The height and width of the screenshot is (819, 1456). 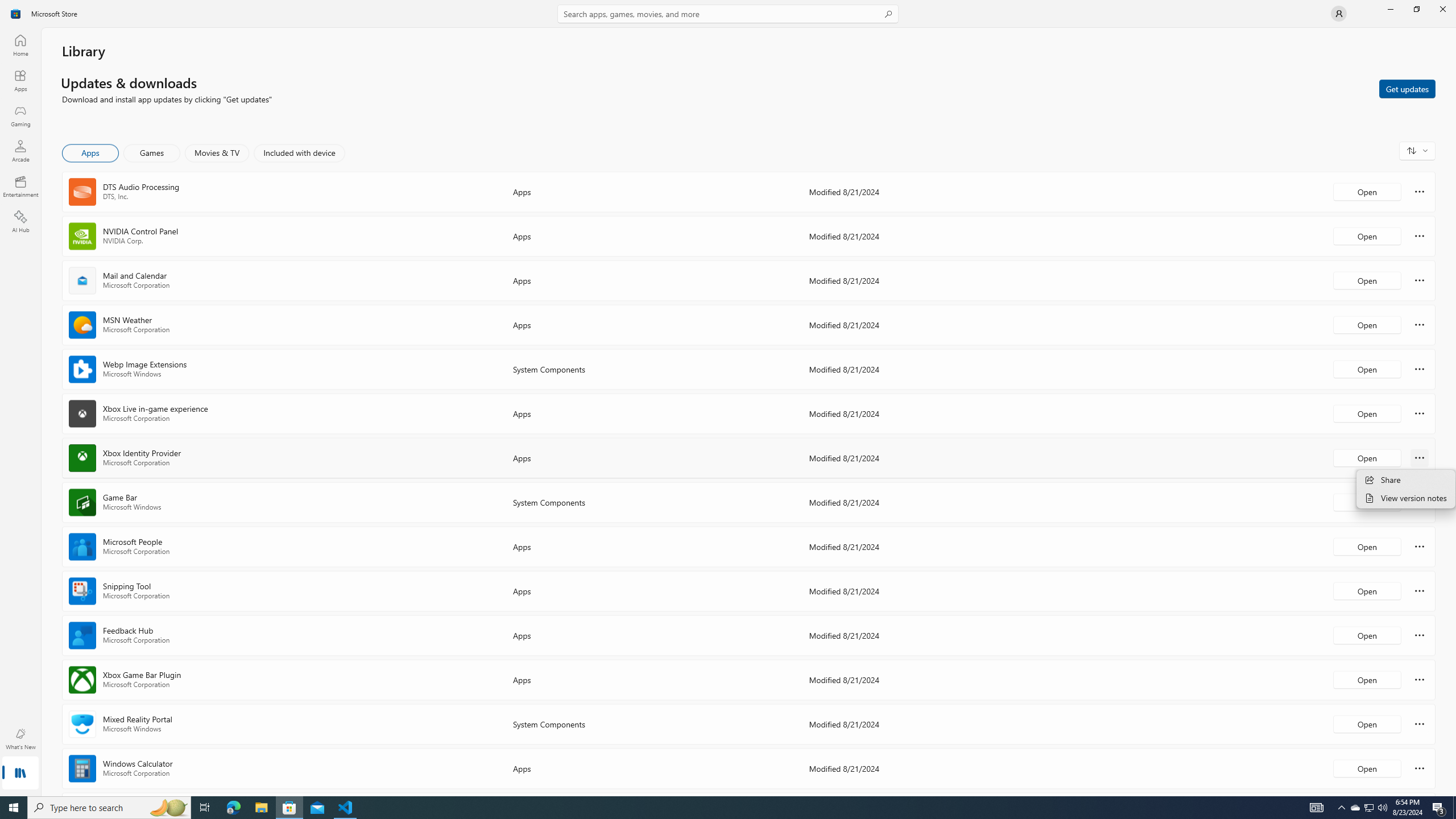 What do you see at coordinates (1338, 13) in the screenshot?
I see `'User profile'` at bounding box center [1338, 13].